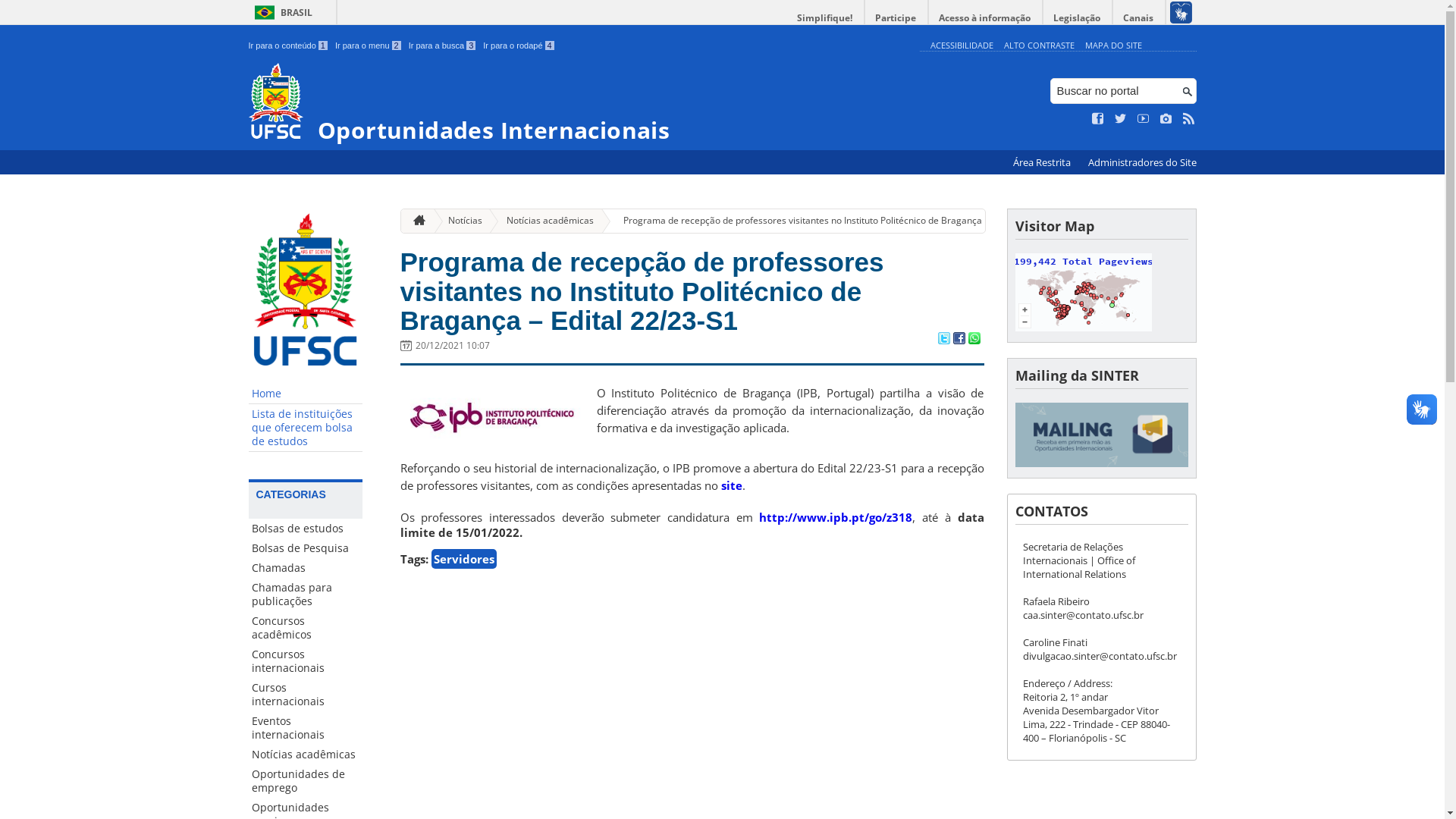 Image resolution: width=1456 pixels, height=819 pixels. I want to click on 'Canais', so click(1139, 17).